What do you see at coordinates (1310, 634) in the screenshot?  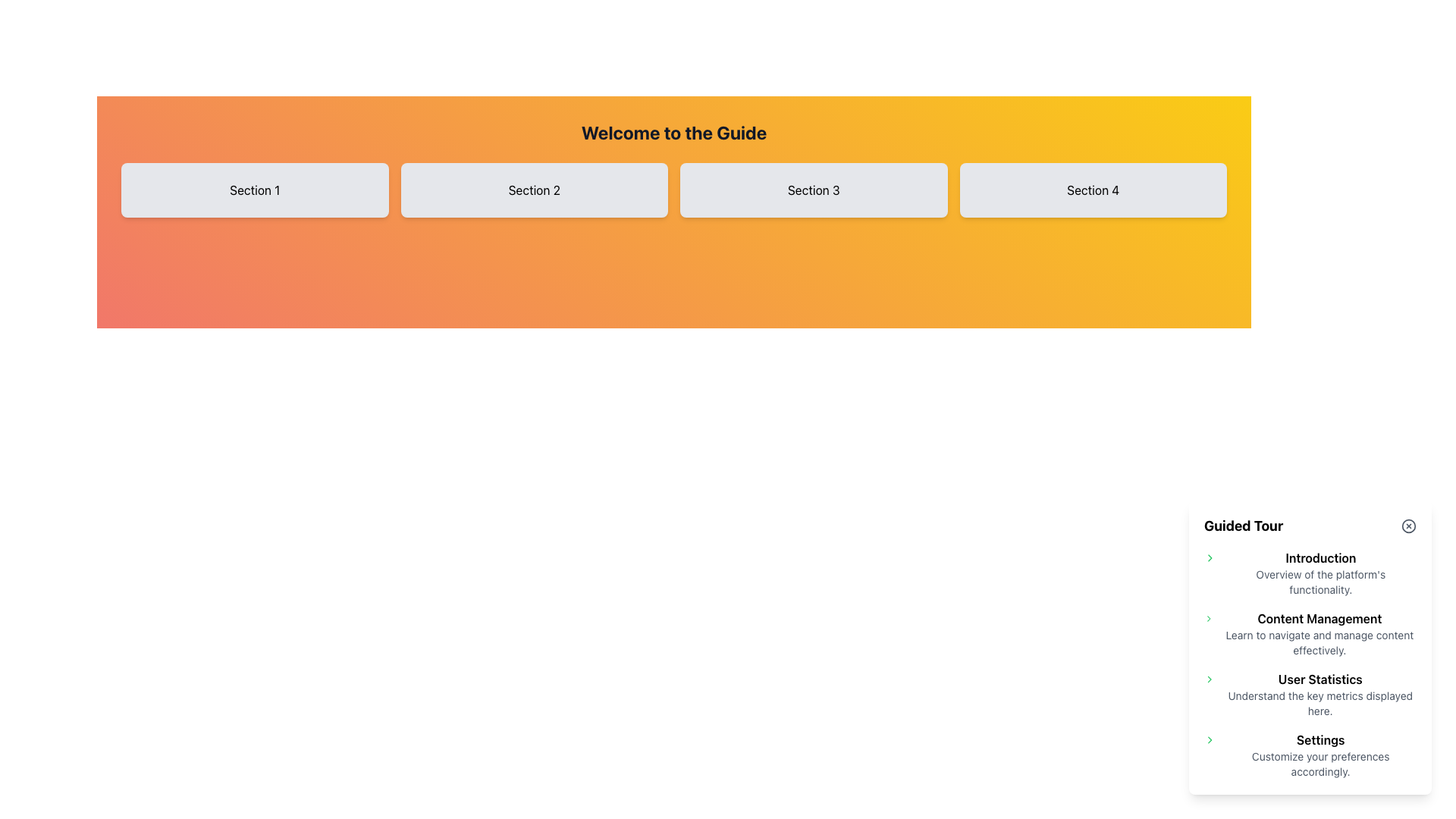 I see `the second list item in the Guided Tour panel that provides access to content management, which includes a title, description, and an arrow icon` at bounding box center [1310, 634].